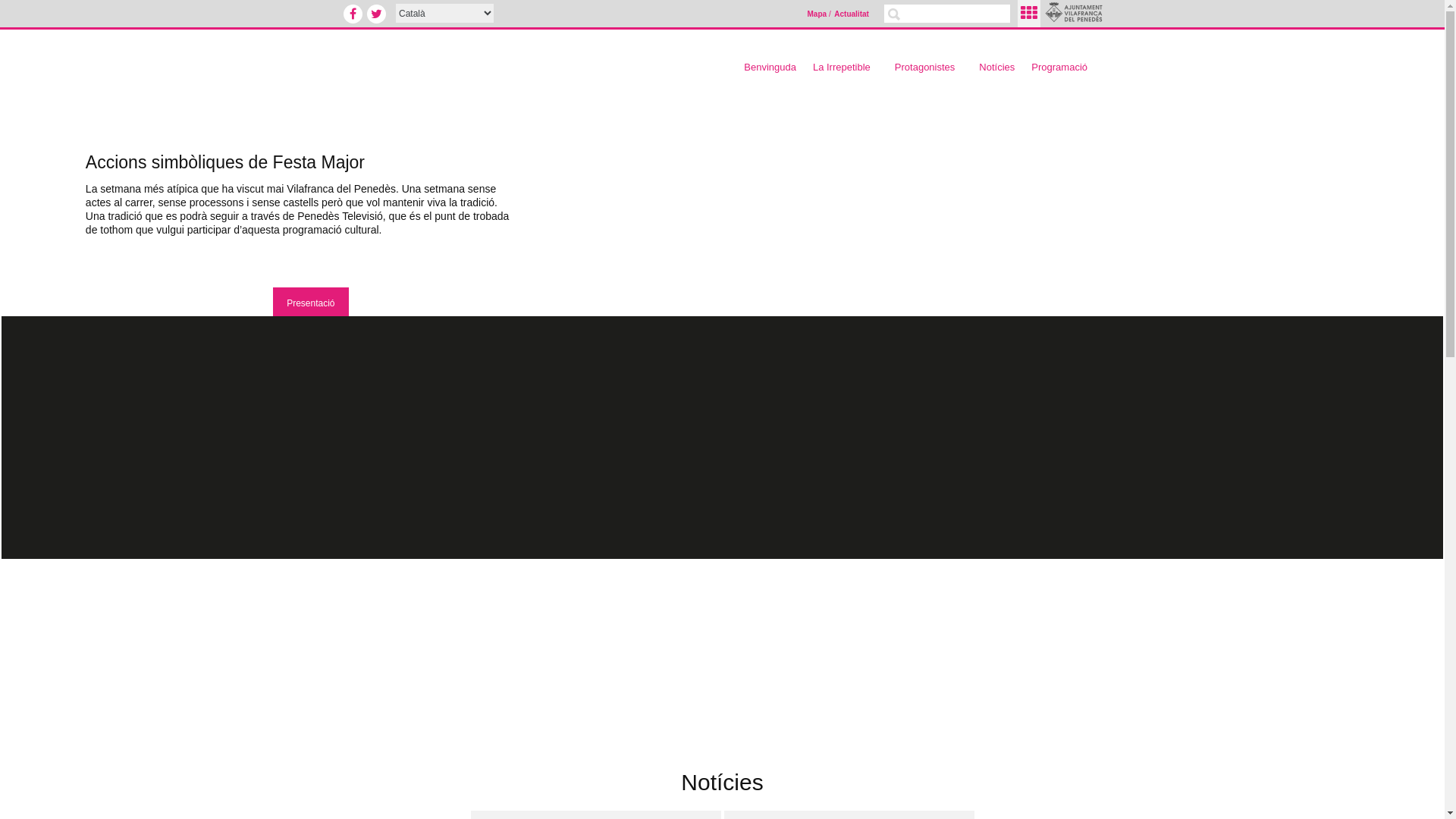  I want to click on 'Actualitat', so click(852, 14).